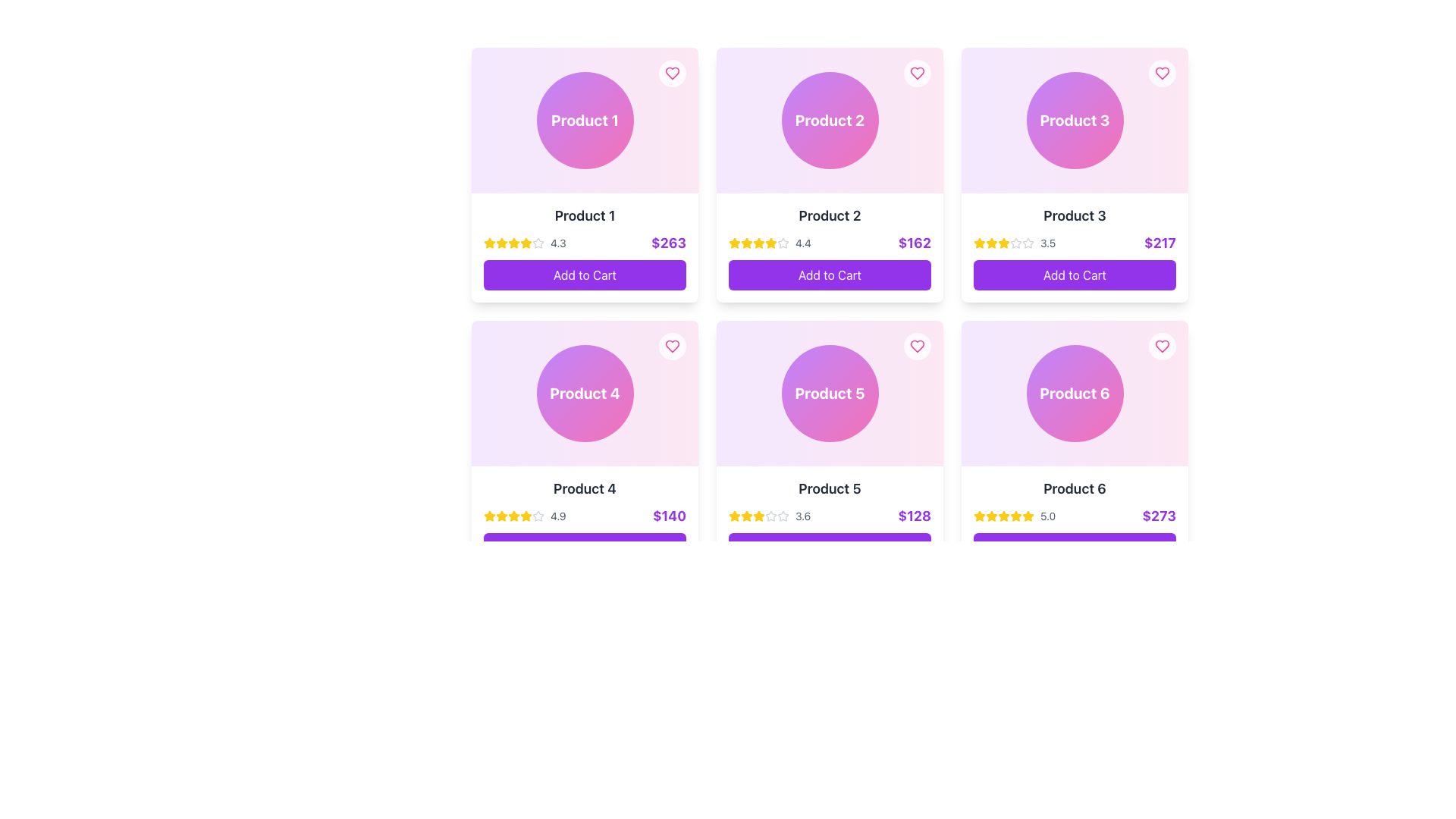 The width and height of the screenshot is (1456, 819). What do you see at coordinates (525, 516) in the screenshot?
I see `the Rating indicator displaying '4.9' with yellow star icons, located within the card for 'Product 4', positioned above the price display ($140)` at bounding box center [525, 516].